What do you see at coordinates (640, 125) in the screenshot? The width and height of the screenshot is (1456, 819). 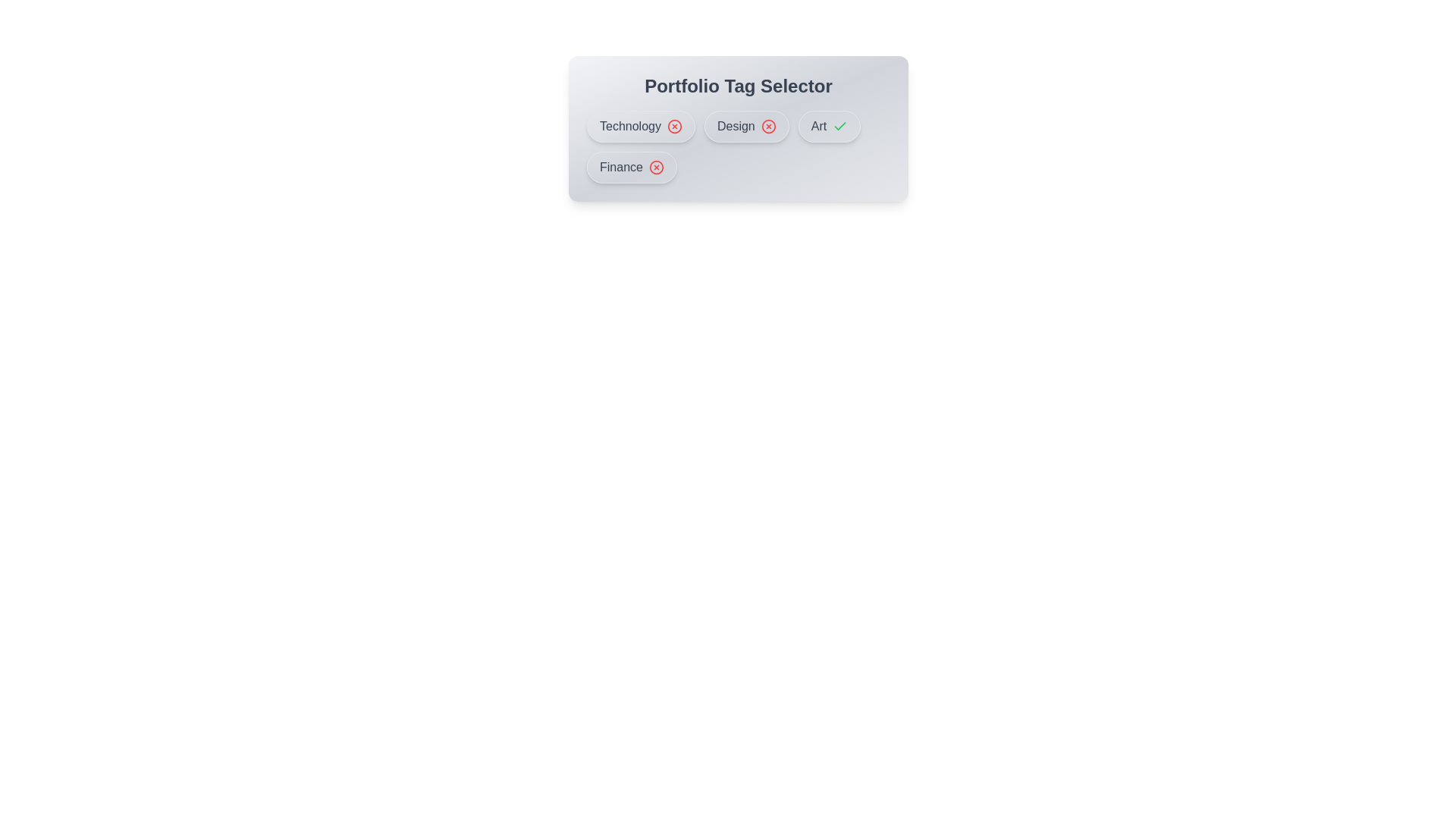 I see `the tag Technology` at bounding box center [640, 125].